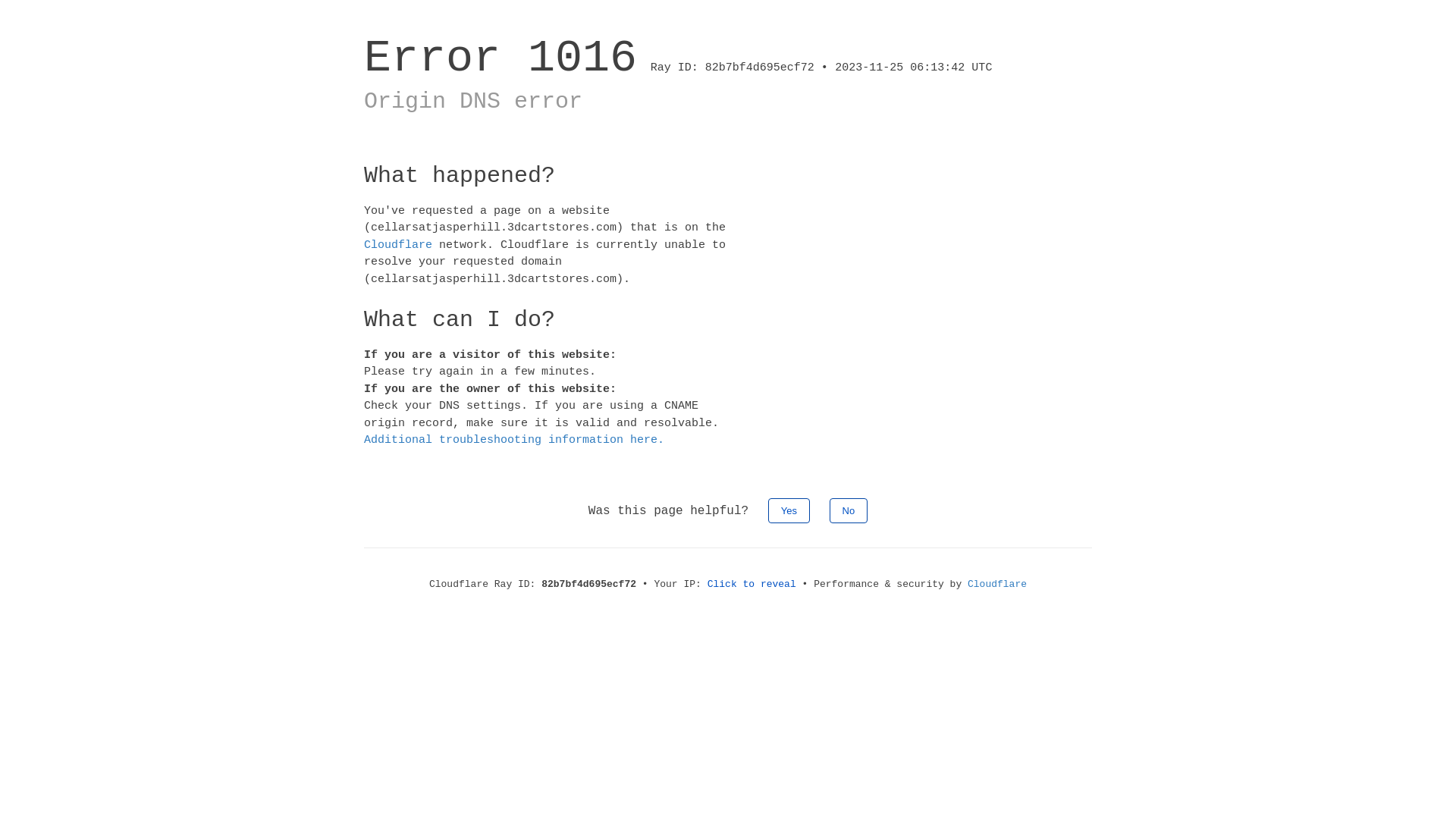  What do you see at coordinates (767, 510) in the screenshot?
I see `'Yes'` at bounding box center [767, 510].